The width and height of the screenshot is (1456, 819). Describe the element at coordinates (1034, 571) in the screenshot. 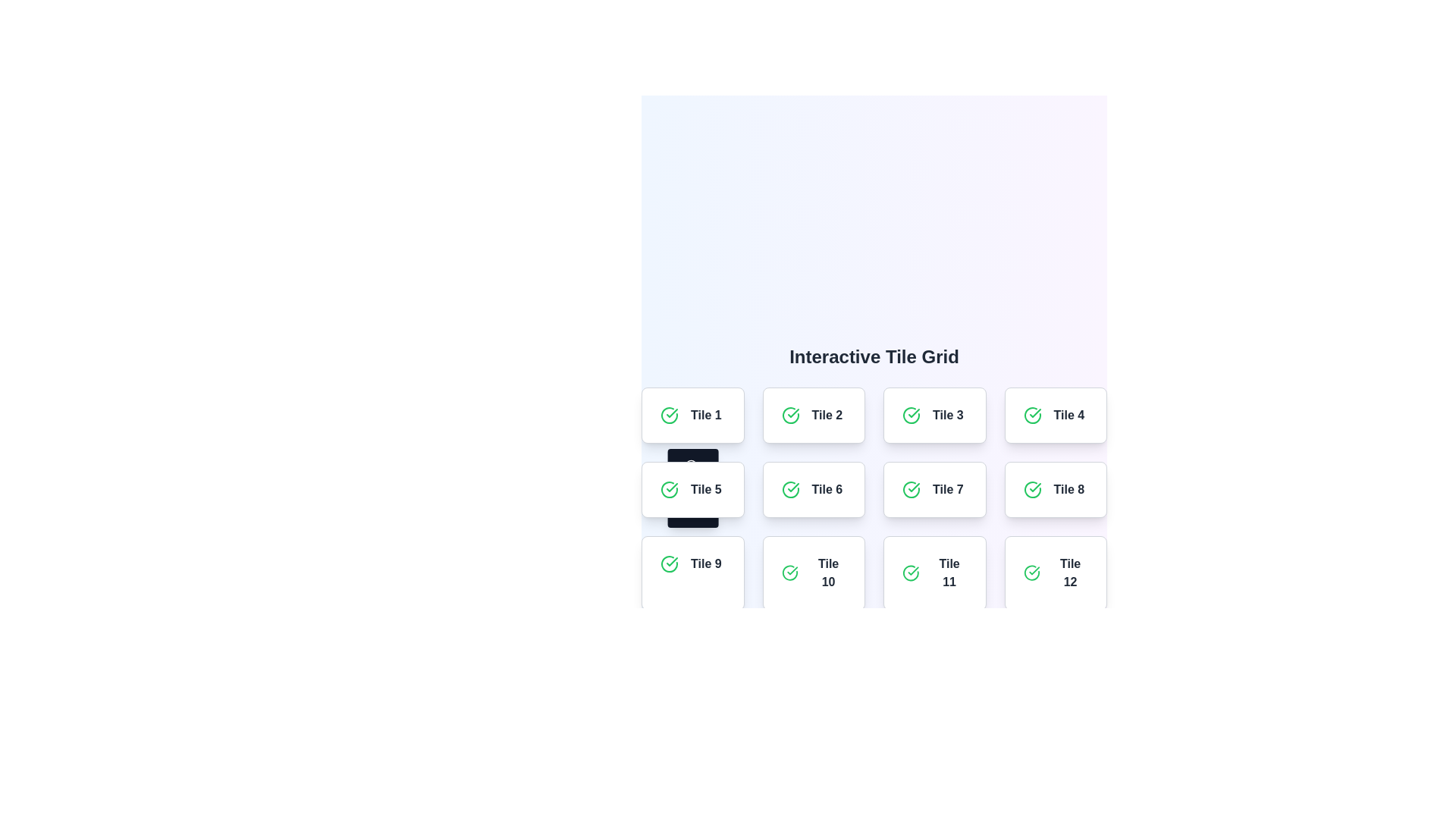

I see `the checkmark icon that indicates the completion or selection state, located in the rightmost tile of the last row in the grid` at that location.